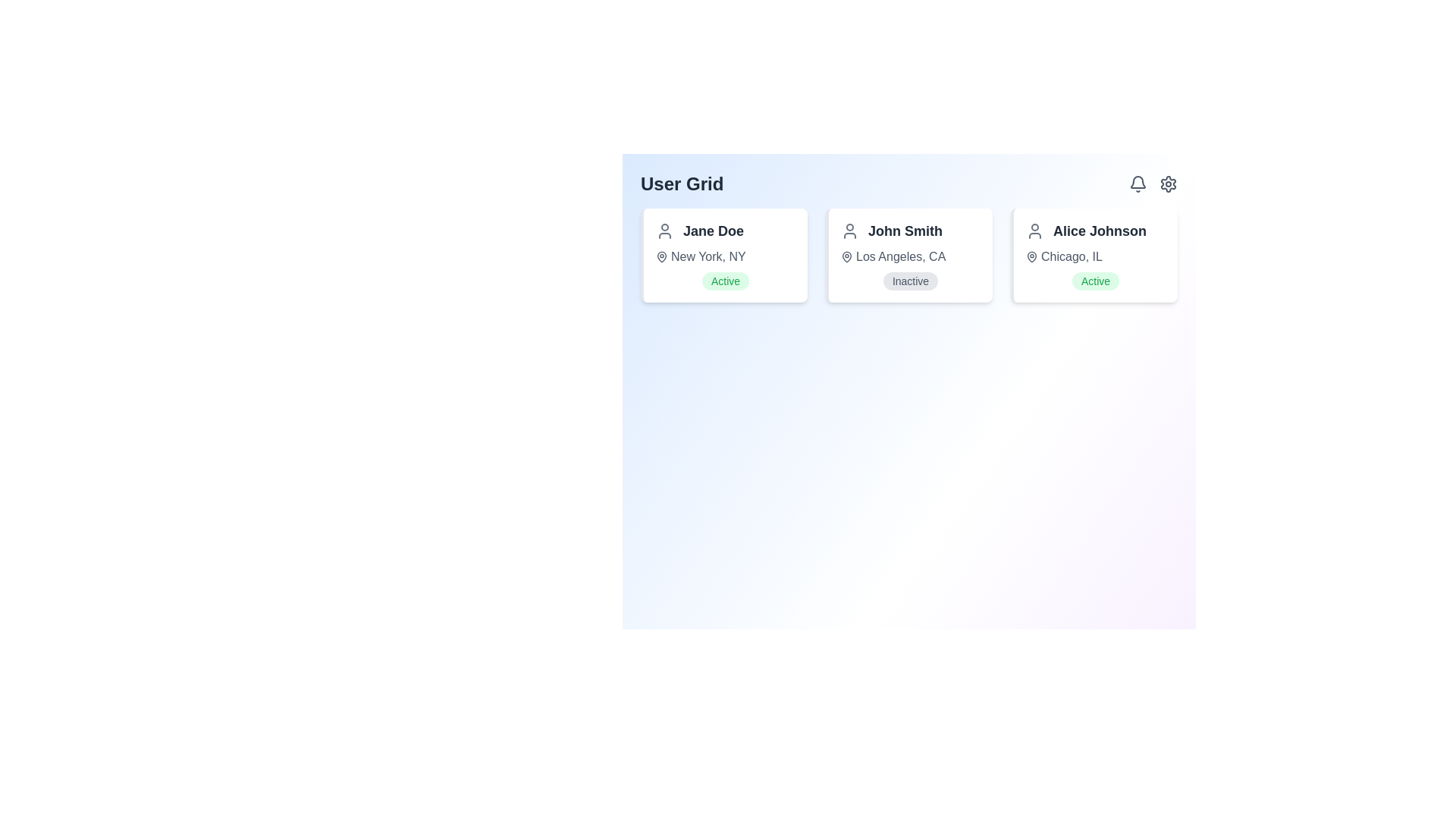 The height and width of the screenshot is (819, 1456). I want to click on the static data display card showing information about 'Alice Johnson', located in the top-right corner of the 'User Grid', so click(1094, 254).